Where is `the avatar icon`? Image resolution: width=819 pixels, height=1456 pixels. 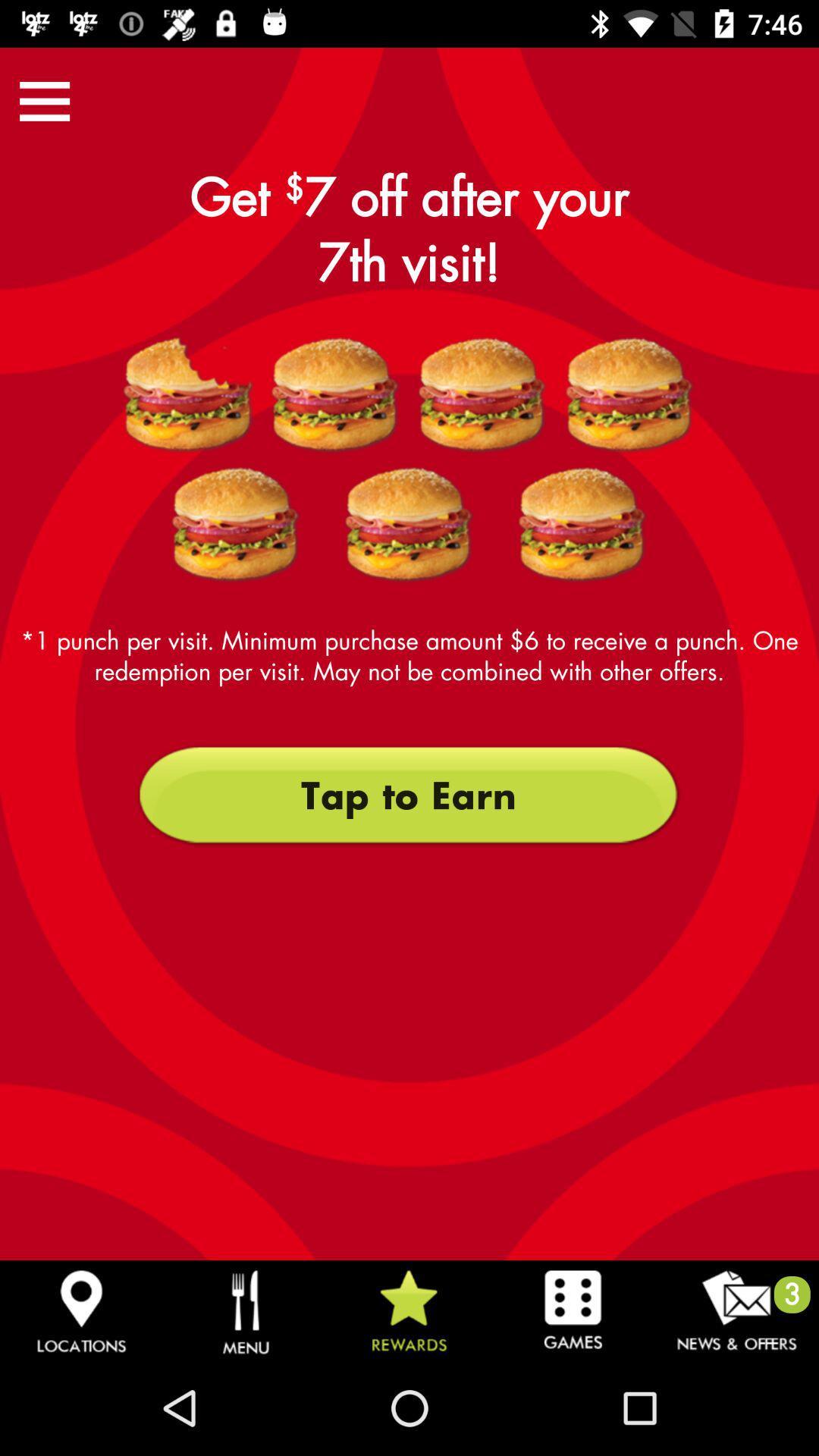
the avatar icon is located at coordinates (188, 395).